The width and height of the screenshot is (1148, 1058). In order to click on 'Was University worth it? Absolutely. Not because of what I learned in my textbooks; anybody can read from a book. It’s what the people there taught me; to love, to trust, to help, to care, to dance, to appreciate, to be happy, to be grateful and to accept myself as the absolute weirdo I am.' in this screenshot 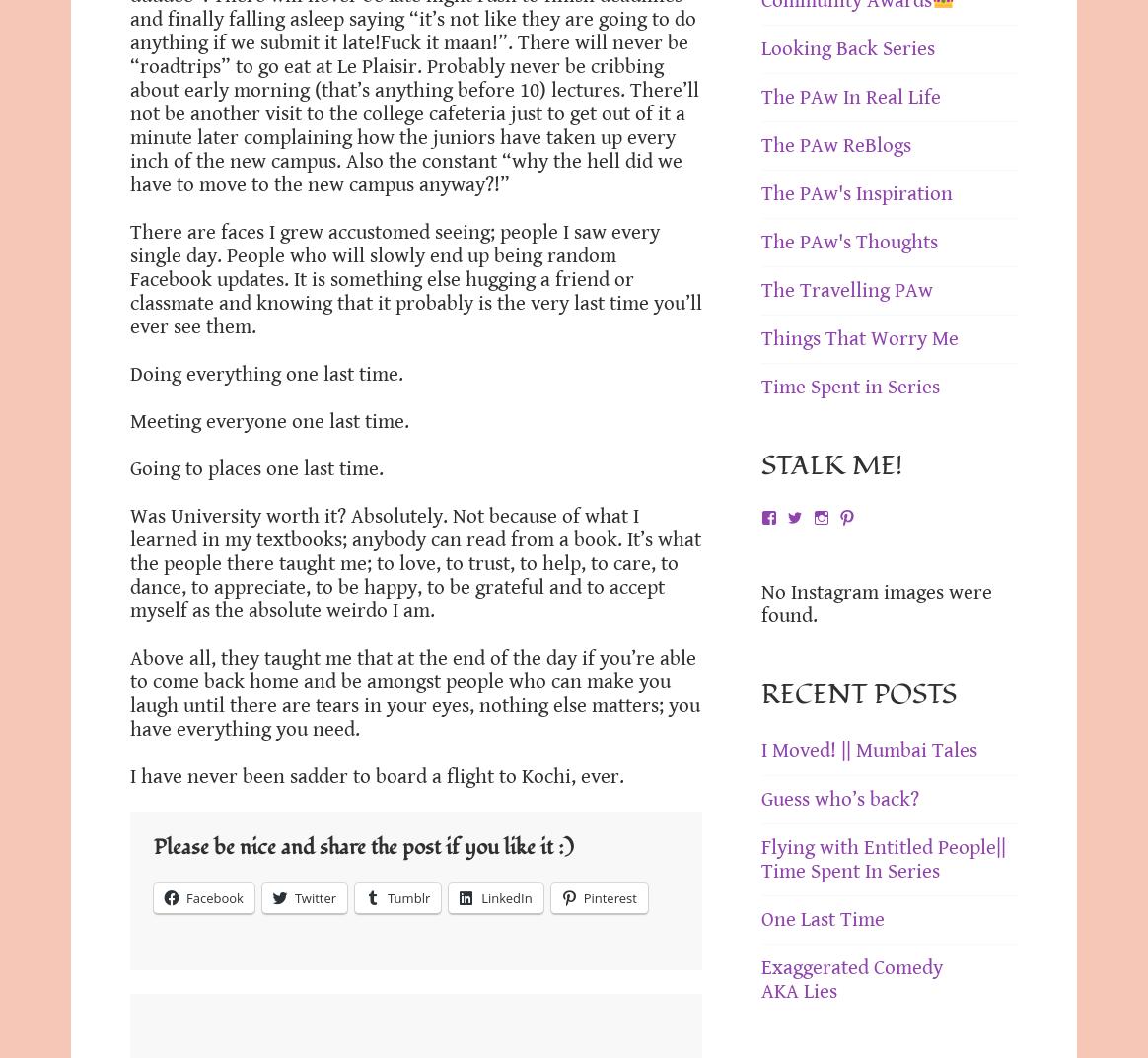, I will do `click(415, 563)`.